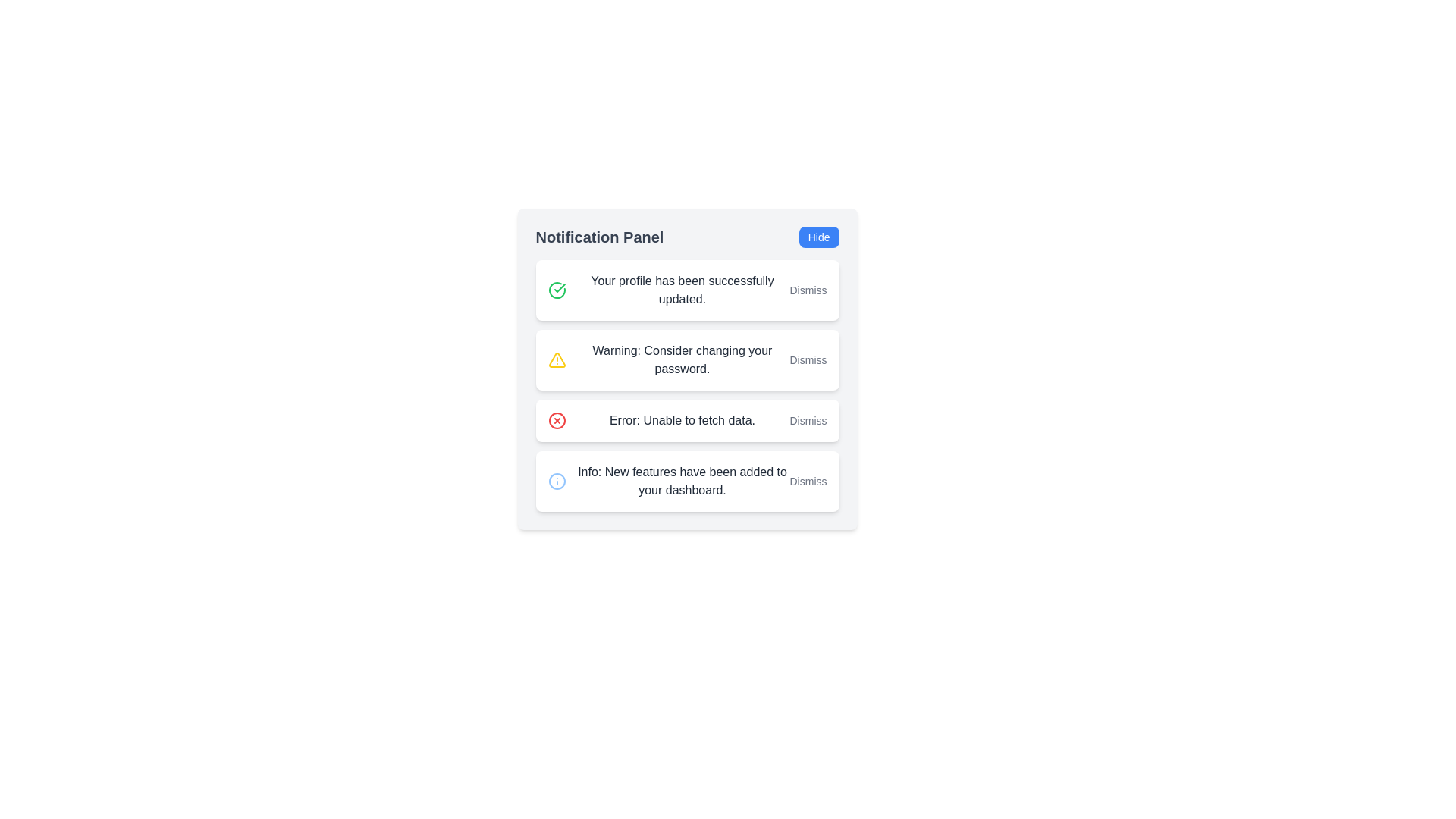 This screenshot has width=1456, height=819. I want to click on the warning icon located in the second notification card of the Notification Panel, so click(556, 359).